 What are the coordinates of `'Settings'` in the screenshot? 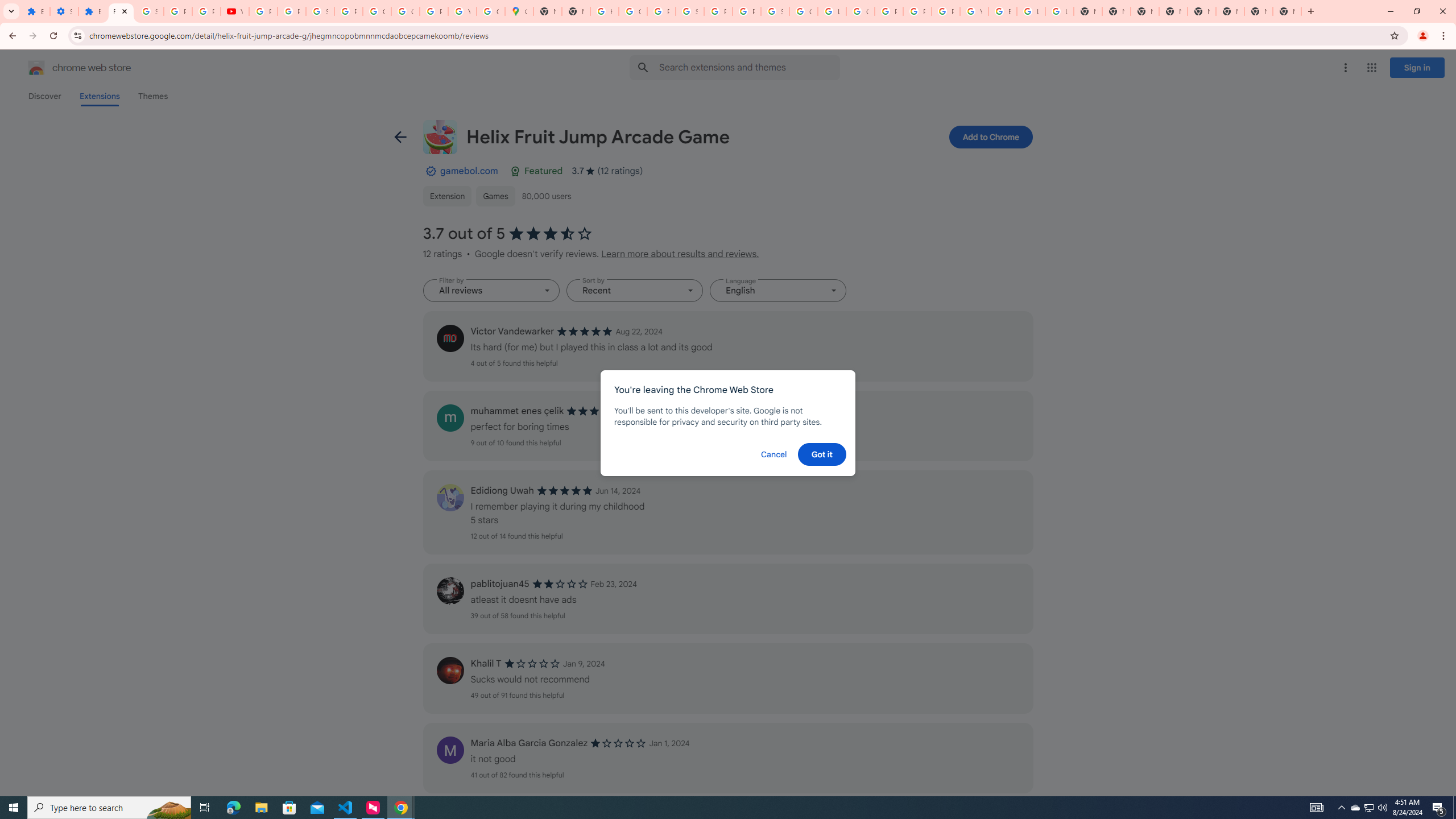 It's located at (63, 11).